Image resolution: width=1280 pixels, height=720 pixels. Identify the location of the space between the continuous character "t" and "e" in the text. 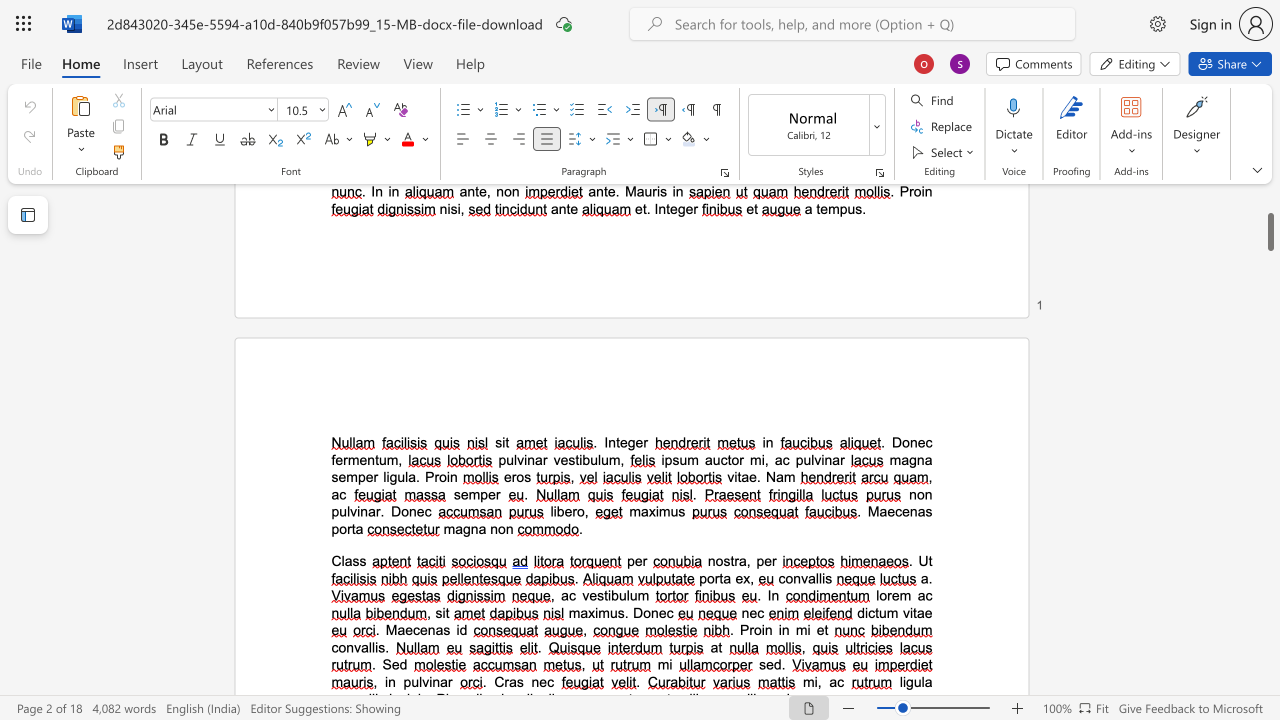
(670, 209).